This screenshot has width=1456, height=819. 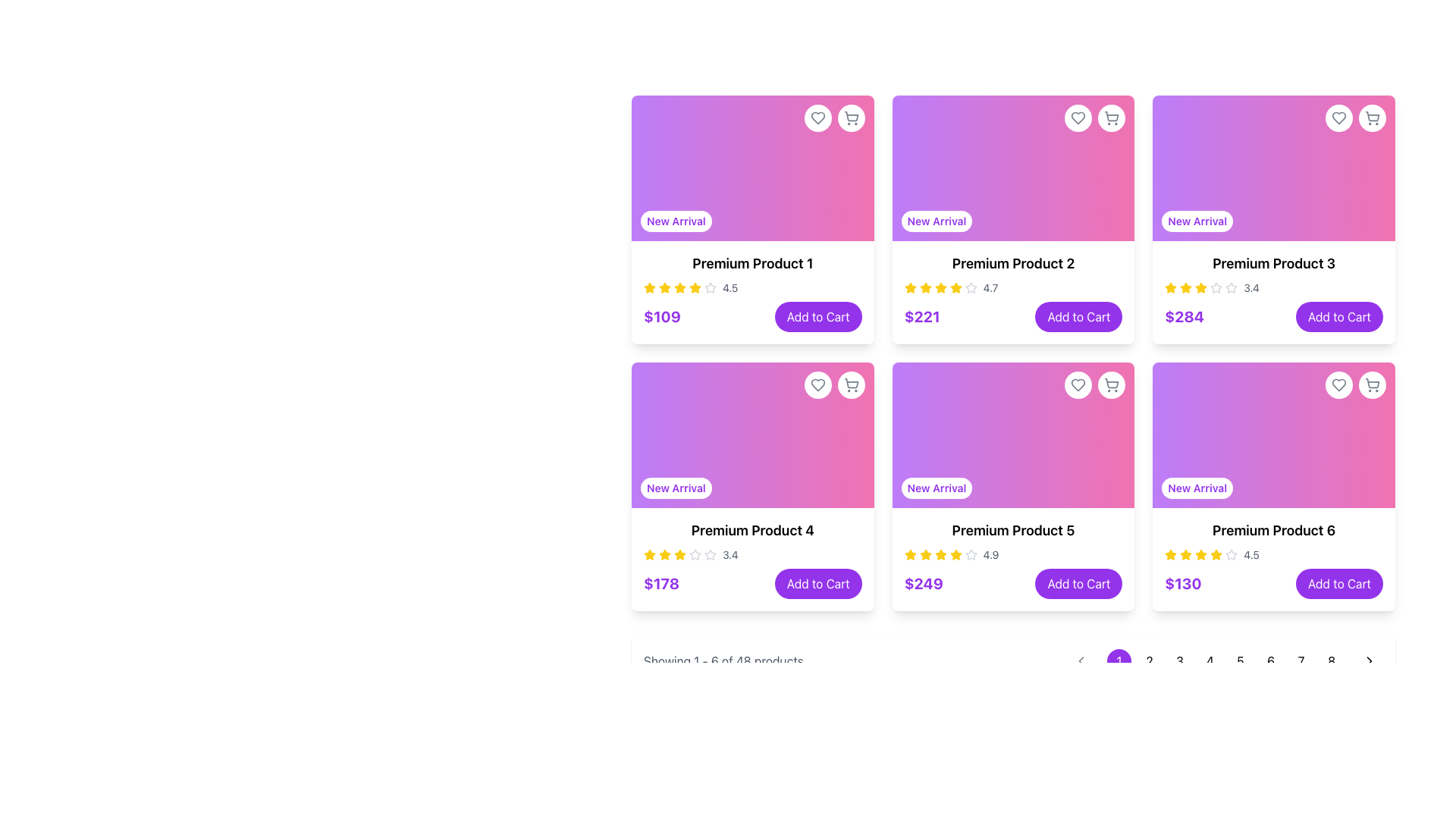 What do you see at coordinates (921, 315) in the screenshot?
I see `the text label displaying the price '$221' to trigger any available tooltip` at bounding box center [921, 315].